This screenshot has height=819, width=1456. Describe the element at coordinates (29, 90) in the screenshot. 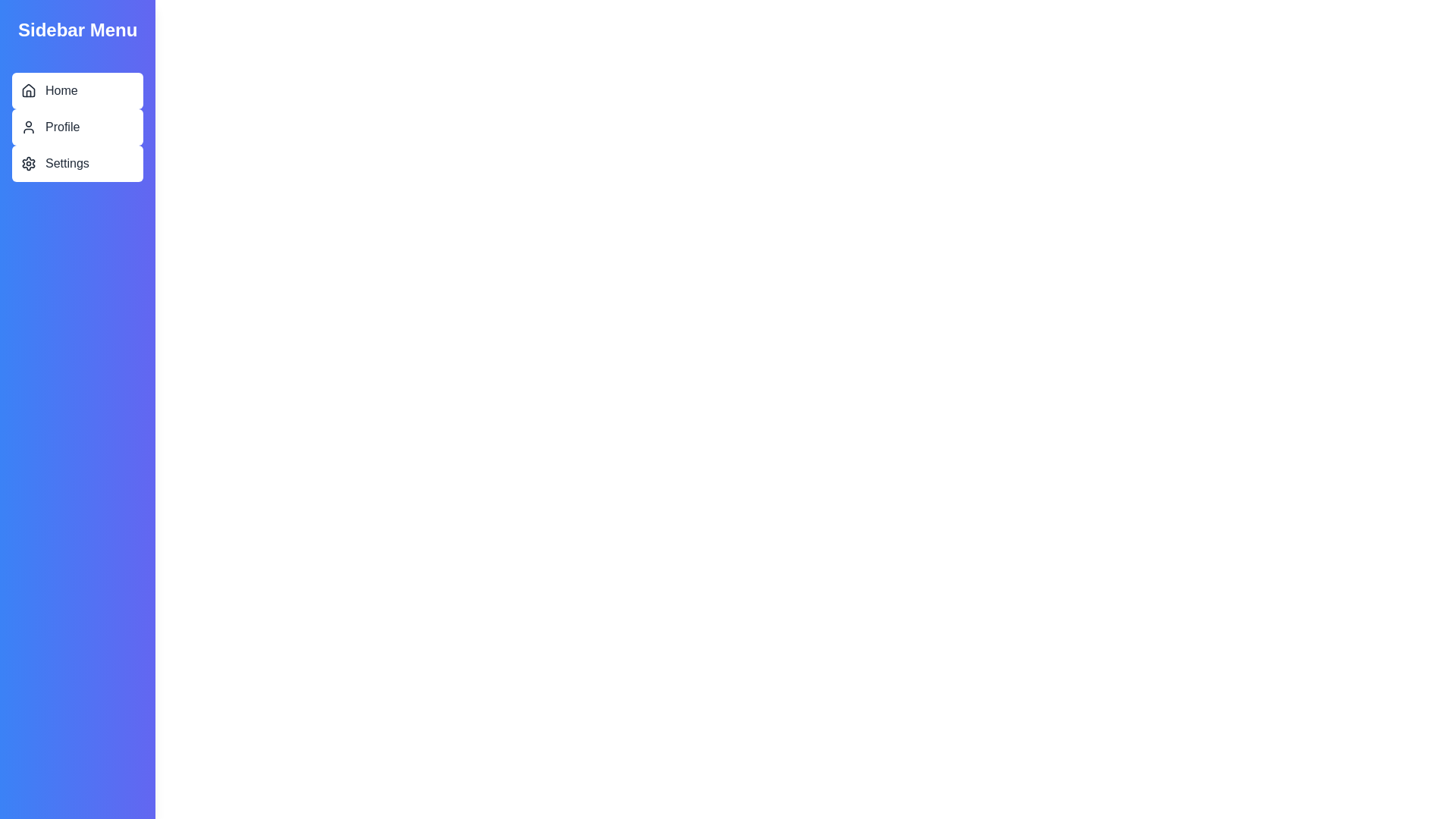

I see `the visual representation of the house icon located in the 'Home' menu item in the sidebar, which is the leftmost element of the menu` at that location.